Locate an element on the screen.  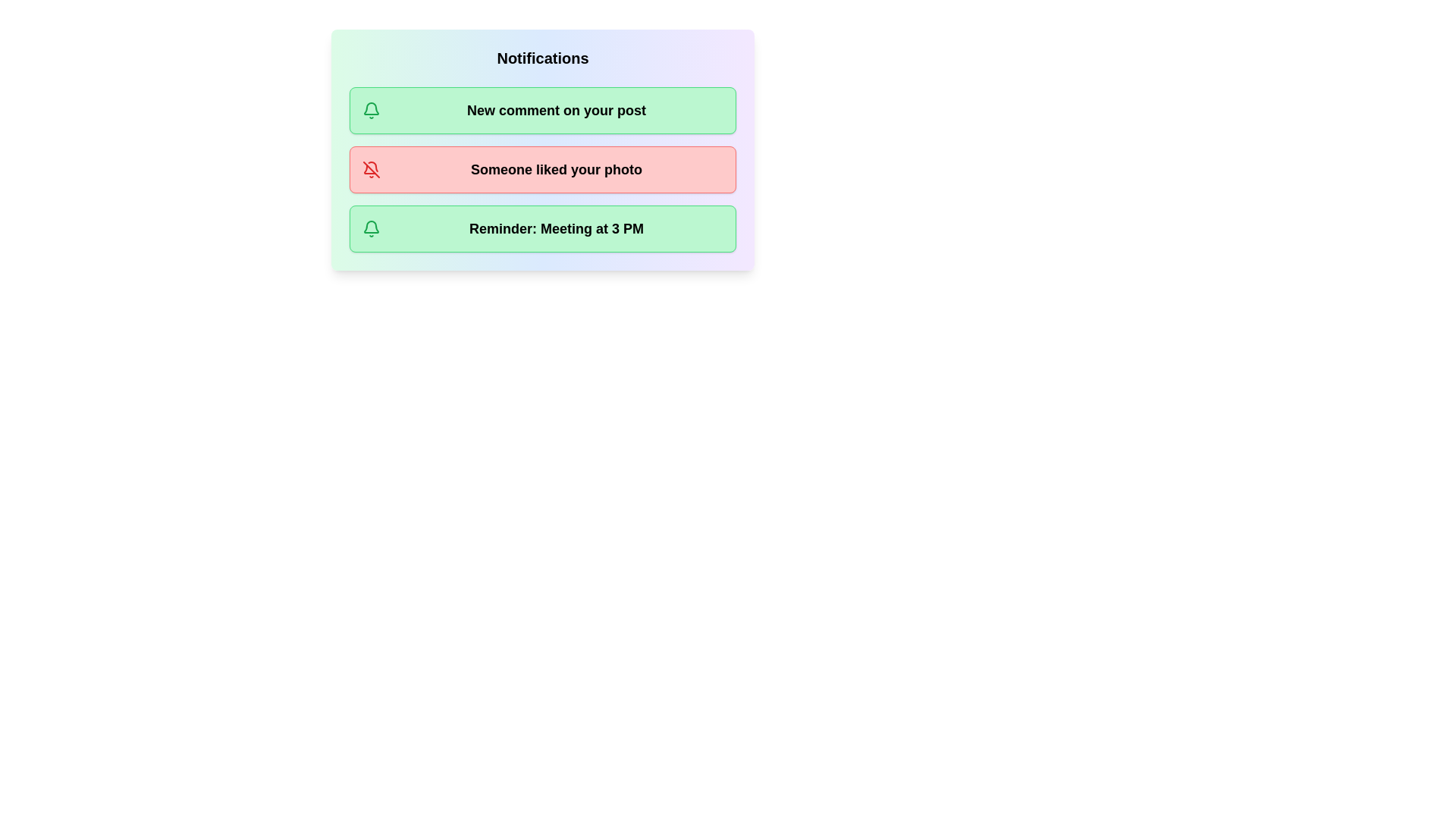
the notification chip corresponding to Reminder: Meeting at 3 PM is located at coordinates (542, 228).